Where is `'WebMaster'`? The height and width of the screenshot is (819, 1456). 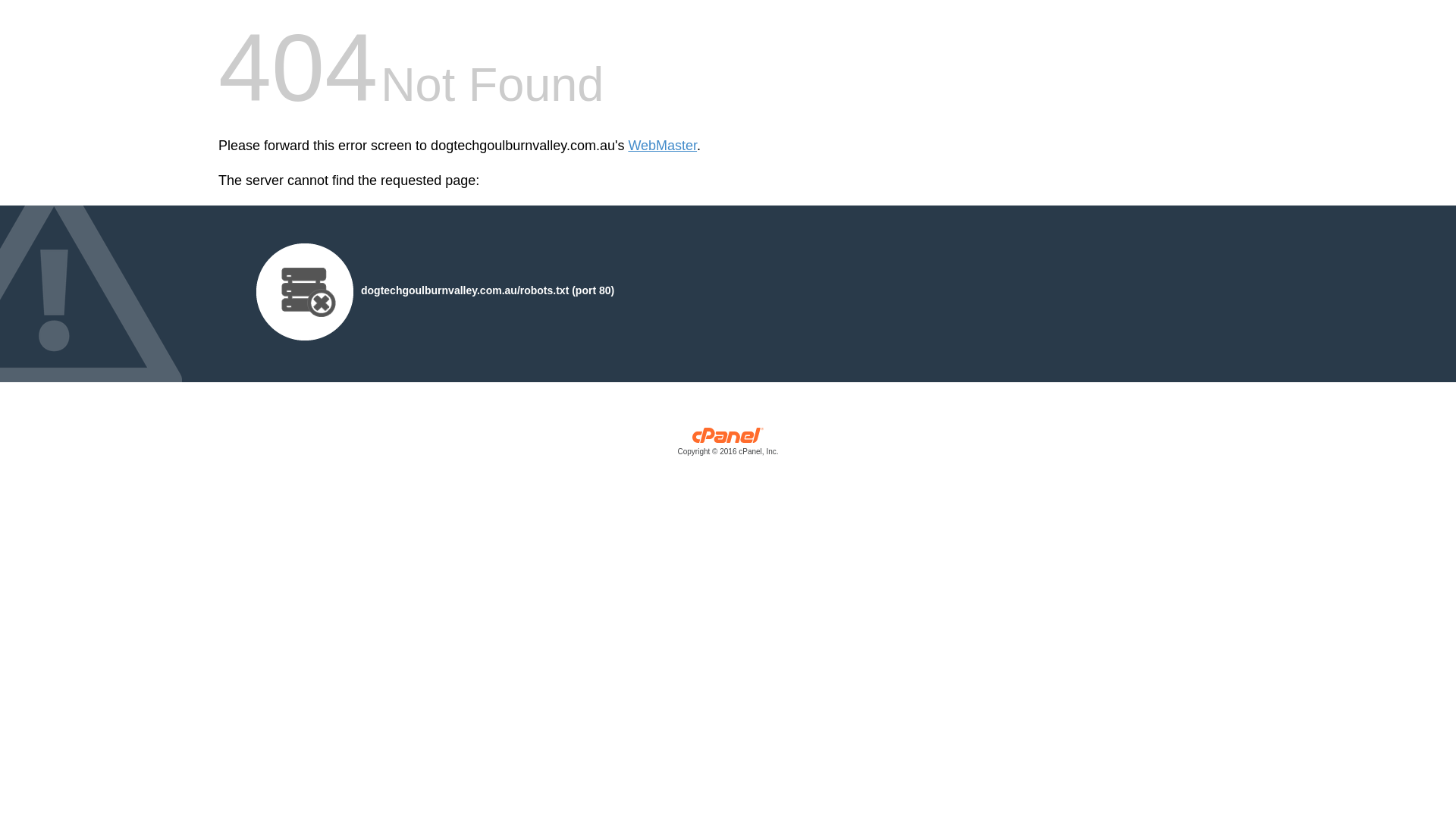
'WebMaster' is located at coordinates (662, 146).